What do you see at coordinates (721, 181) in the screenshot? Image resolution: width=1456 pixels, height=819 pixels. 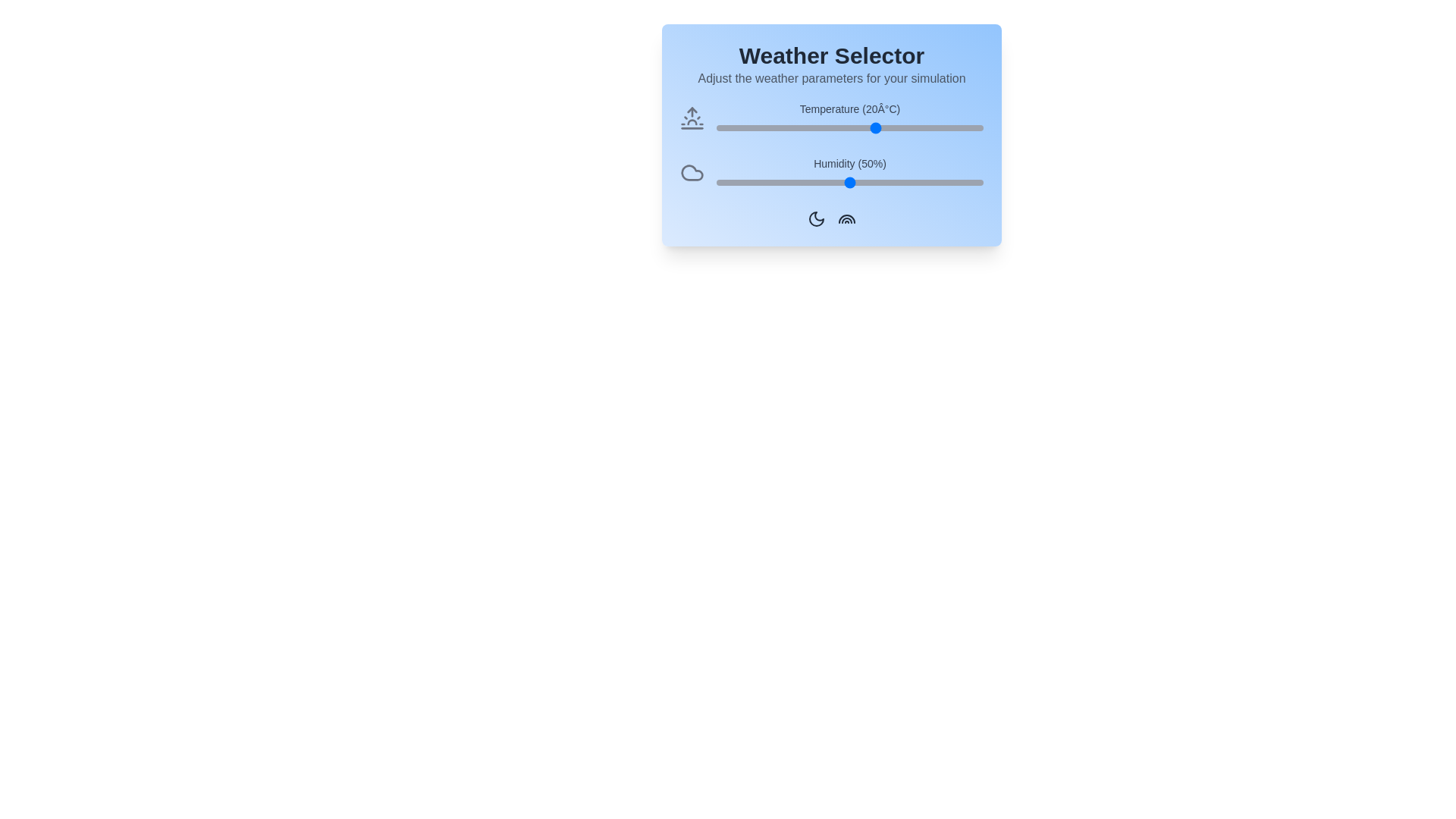 I see `the humidity slider to 2%` at bounding box center [721, 181].